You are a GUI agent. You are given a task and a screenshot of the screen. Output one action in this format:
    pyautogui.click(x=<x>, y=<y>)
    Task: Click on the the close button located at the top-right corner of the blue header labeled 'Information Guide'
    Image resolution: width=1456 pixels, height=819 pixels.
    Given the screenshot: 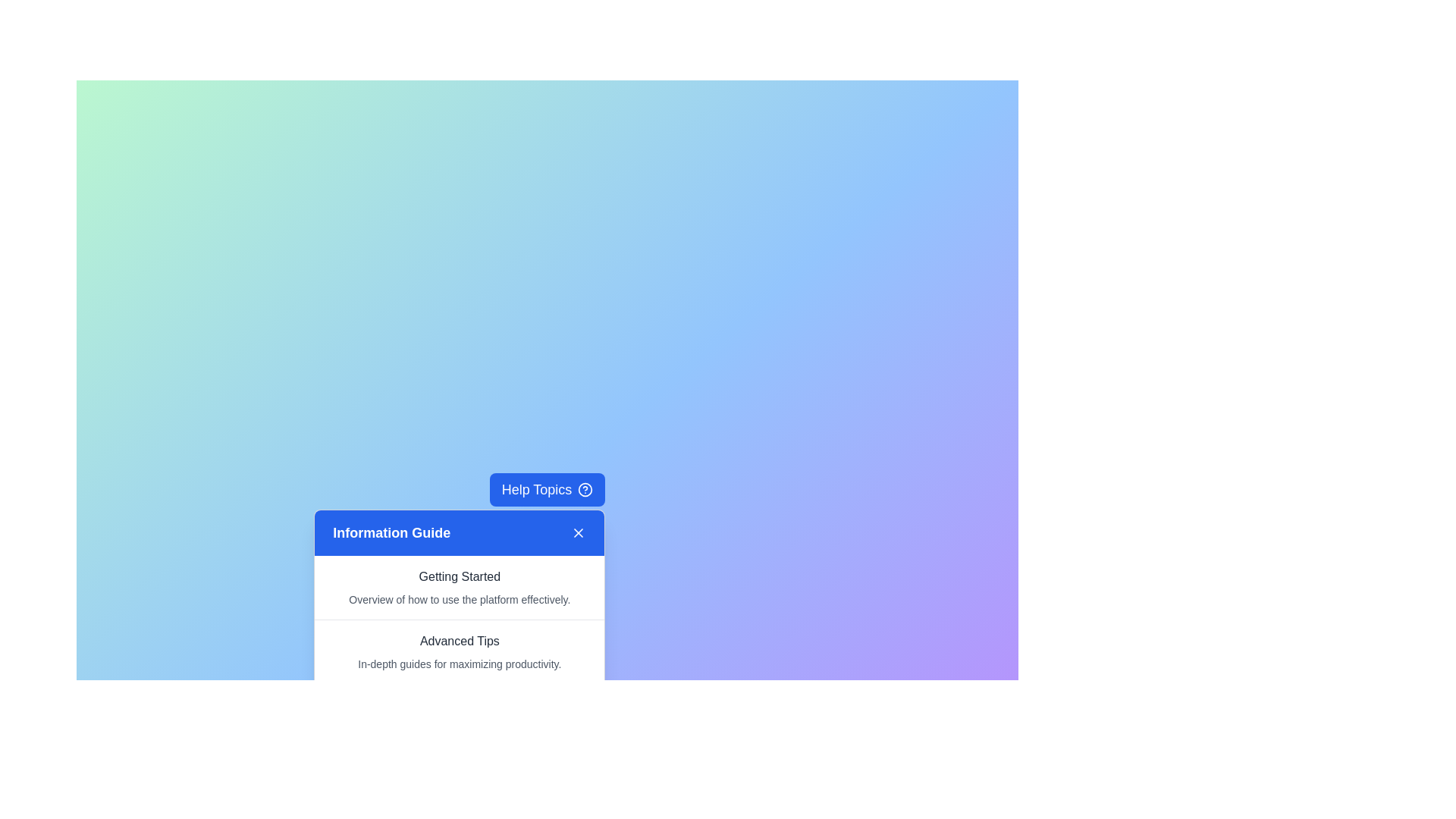 What is the action you would take?
    pyautogui.click(x=578, y=532)
    